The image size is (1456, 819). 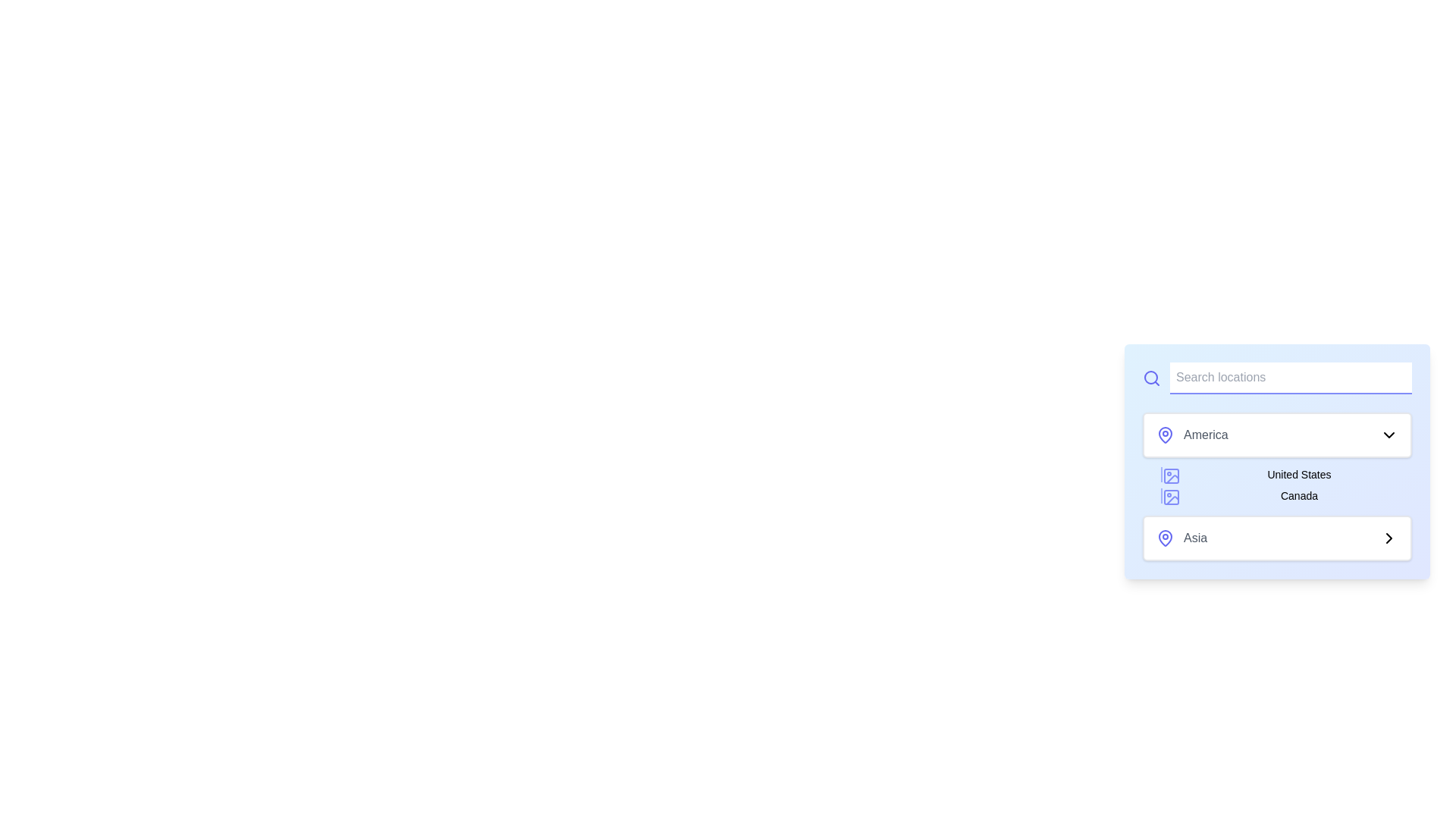 What do you see at coordinates (1171, 475) in the screenshot?
I see `the indigo picture frame icon located to the left of the text 'United States' in the 'America' category list item` at bounding box center [1171, 475].